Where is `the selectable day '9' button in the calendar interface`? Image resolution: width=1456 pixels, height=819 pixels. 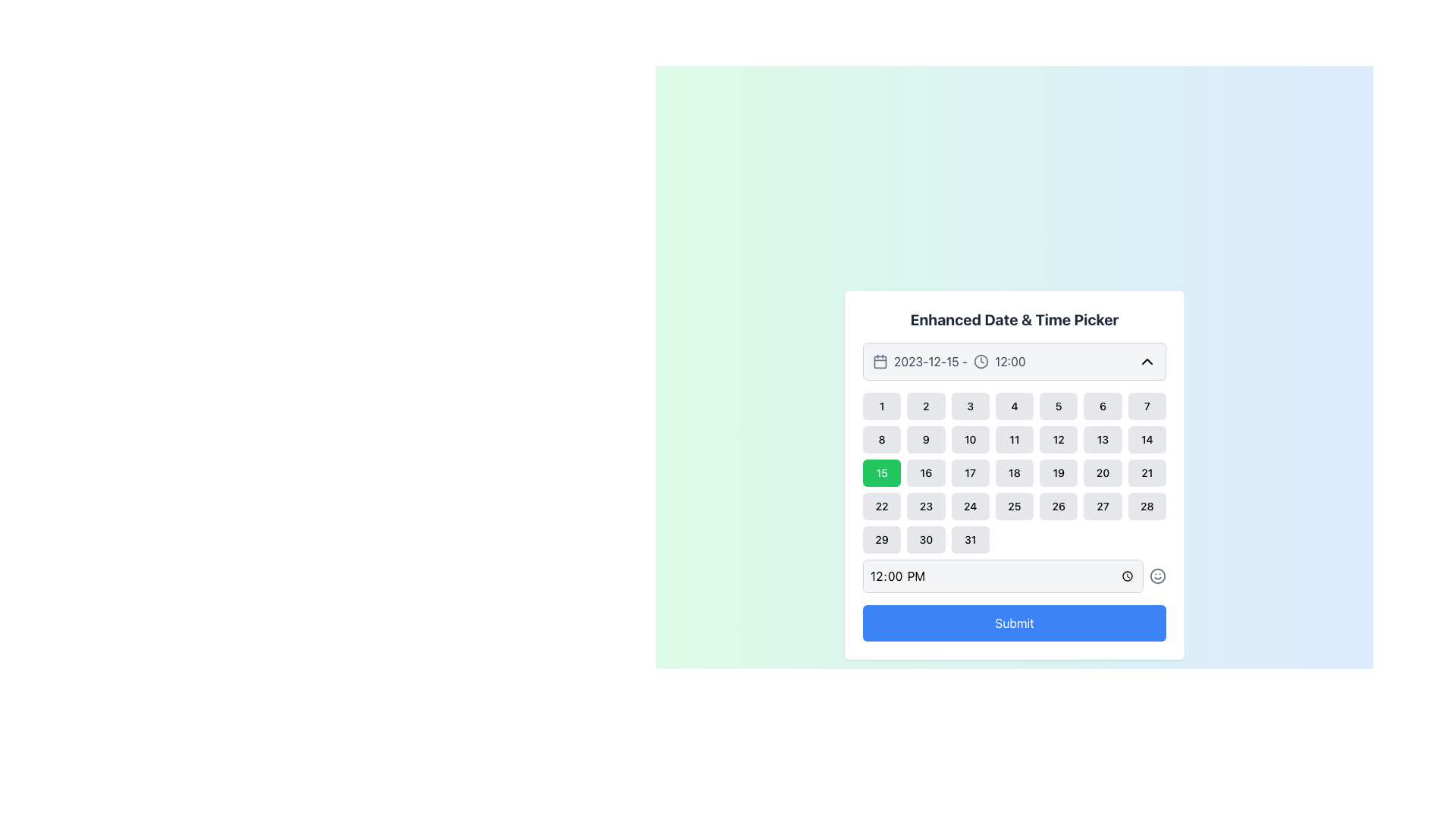 the selectable day '9' button in the calendar interface is located at coordinates (925, 439).